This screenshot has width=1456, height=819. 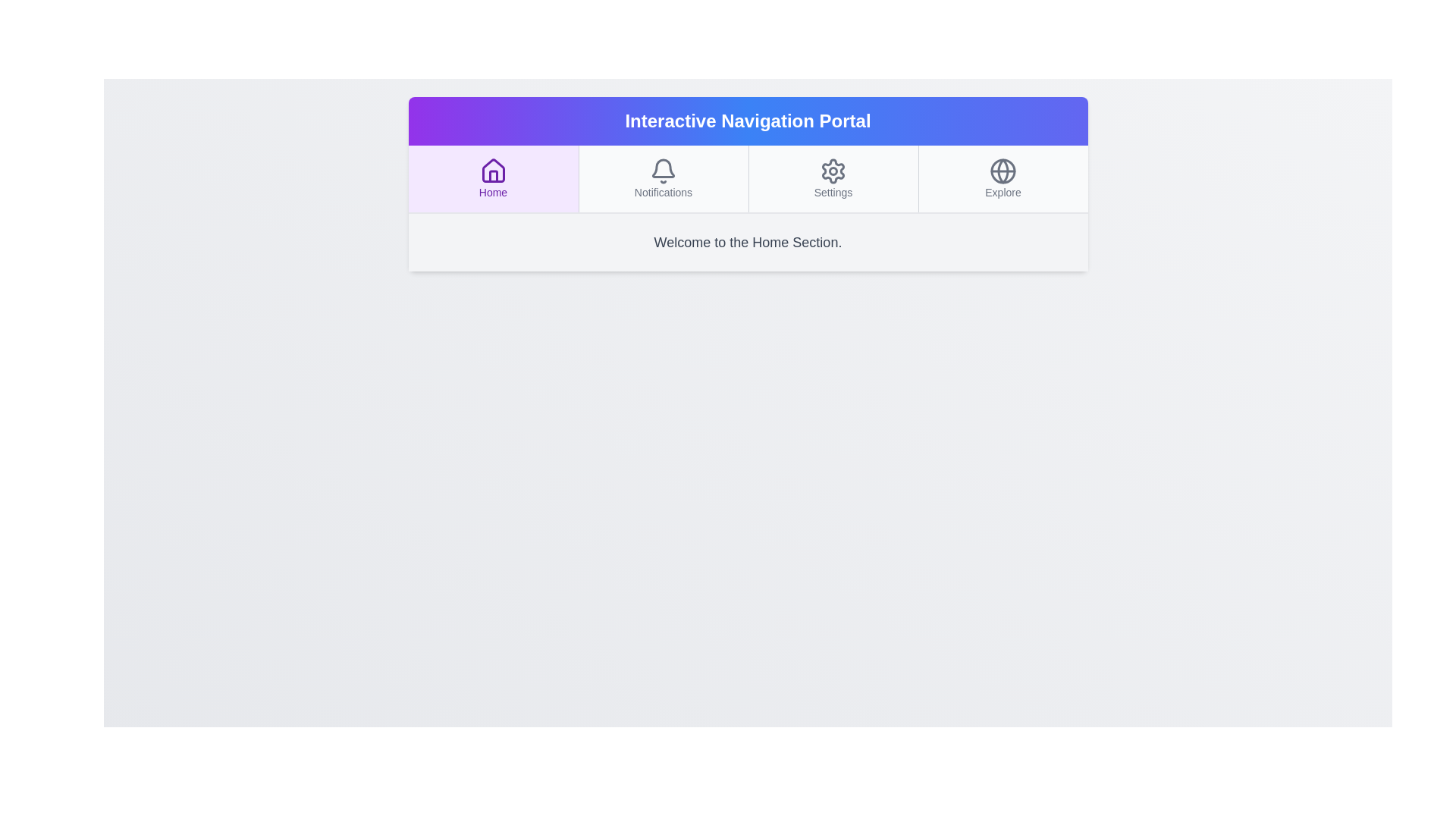 I want to click on the central circular portion of the globe icon, which is the rightmost icon in the navigation bar containing 'Home,' 'Notifications,' 'Settings,' and 'Explore.', so click(x=1003, y=171).